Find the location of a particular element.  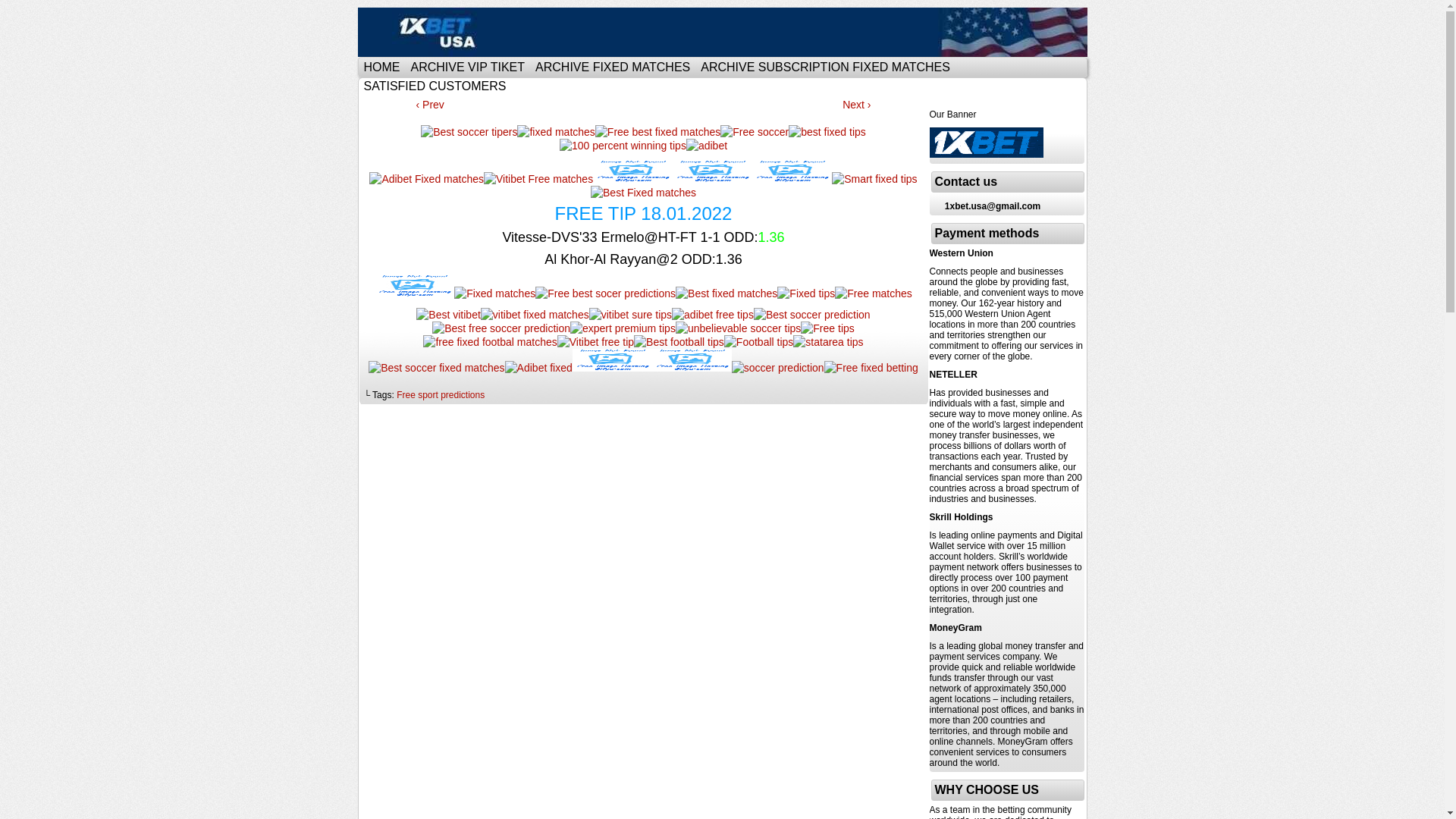

'Best soccer tipers' is located at coordinates (468, 130).